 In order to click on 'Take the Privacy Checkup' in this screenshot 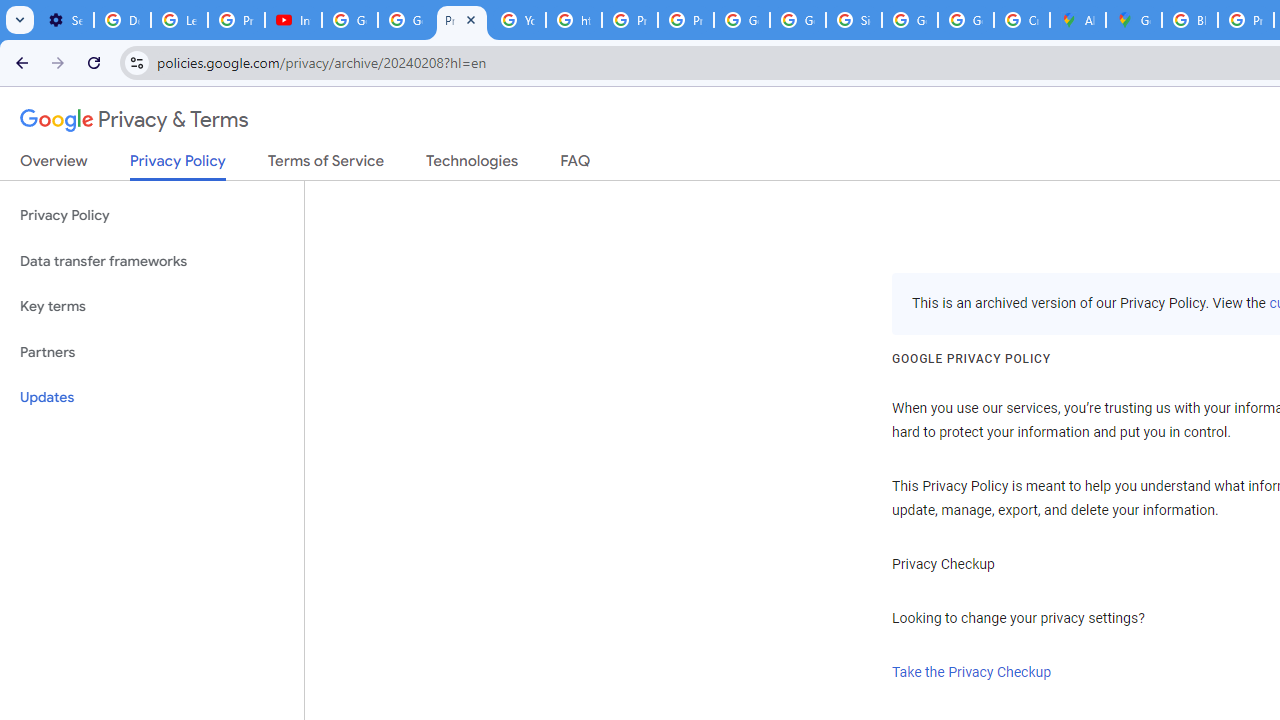, I will do `click(972, 672)`.